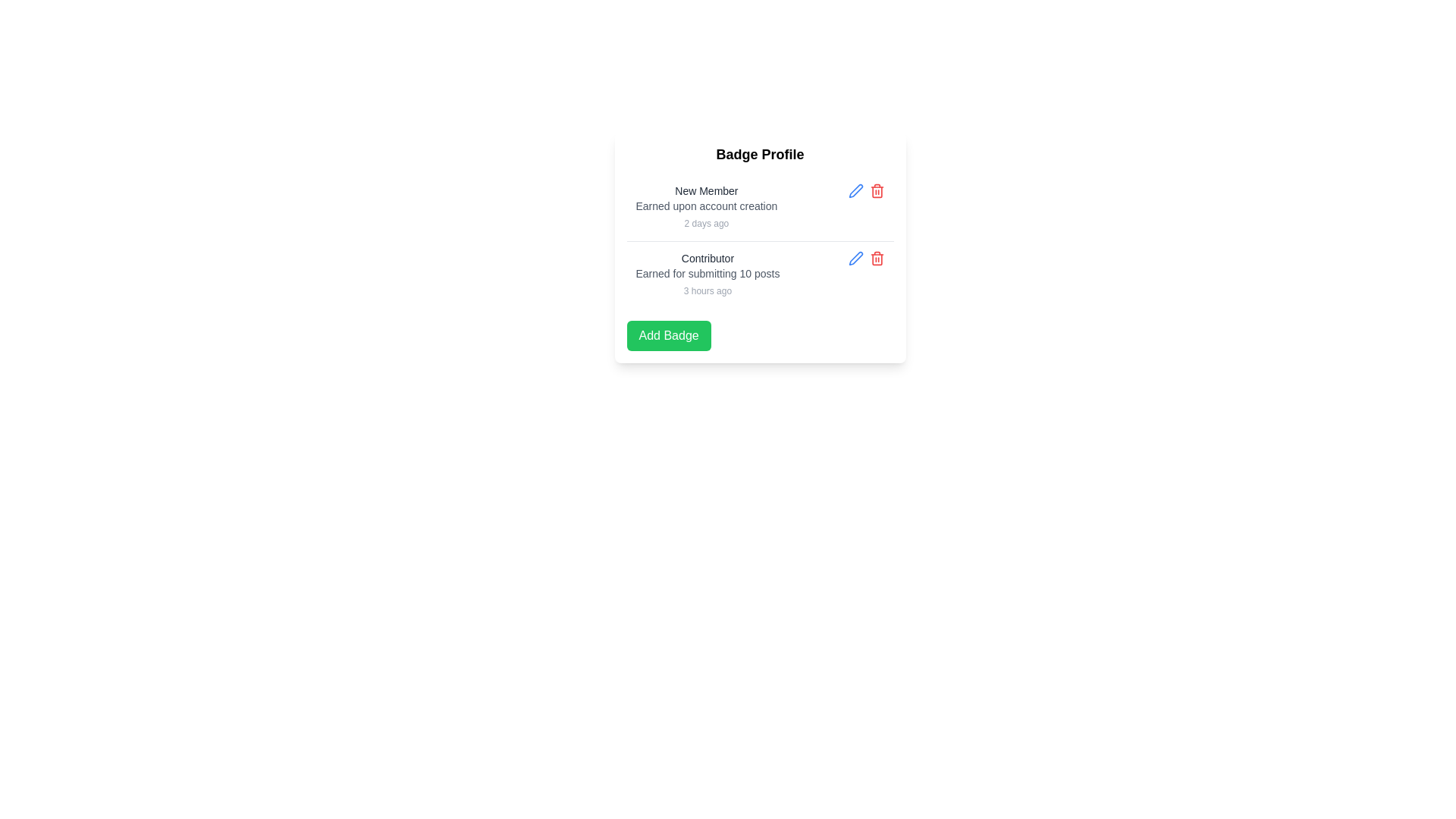 The width and height of the screenshot is (1456, 819). What do you see at coordinates (855, 190) in the screenshot?
I see `the button located in the top-right corner of the 'Contributor' item` at bounding box center [855, 190].